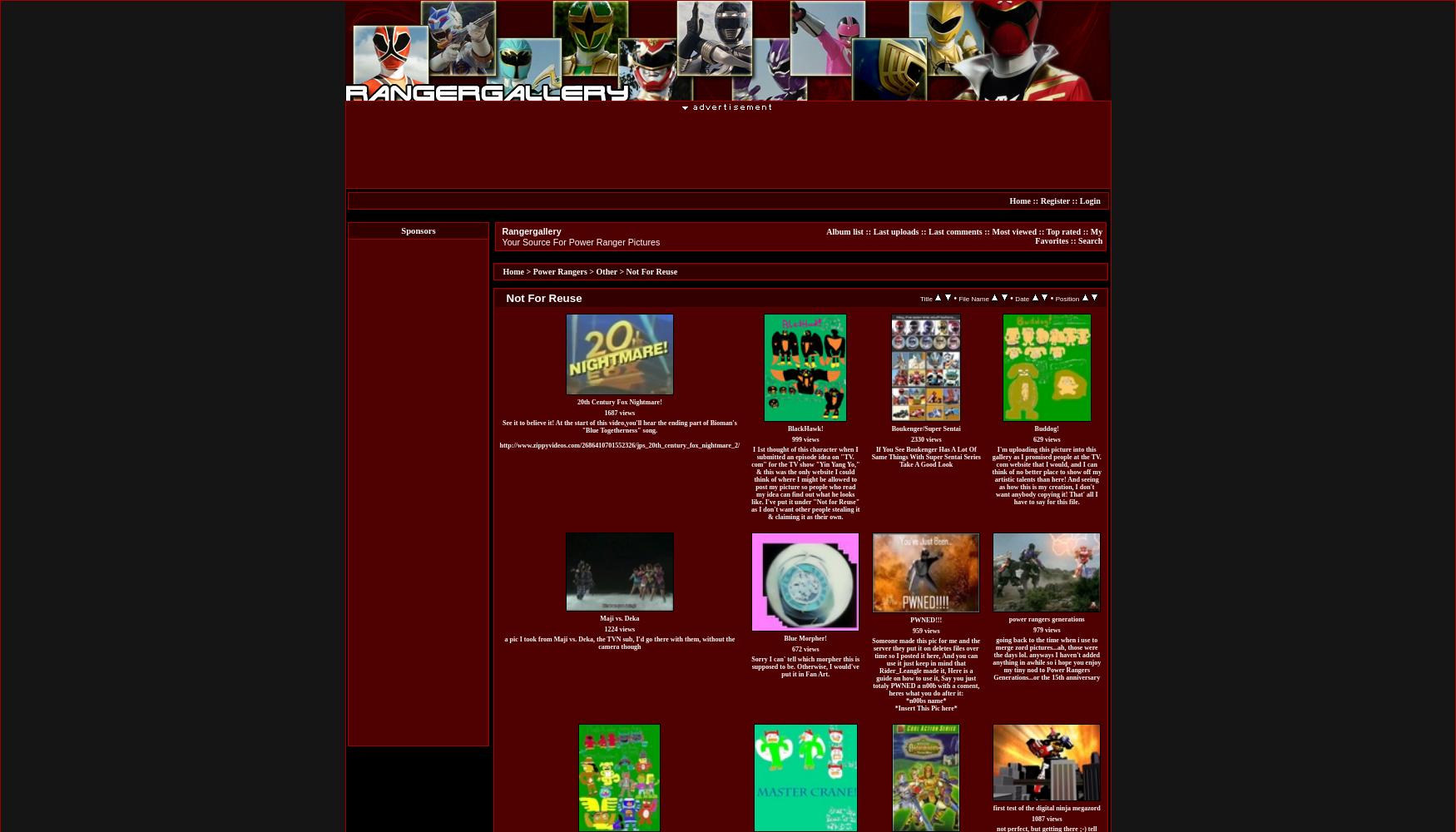 This screenshot has height=832, width=1456. What do you see at coordinates (991, 231) in the screenshot?
I see `'Most viewed'` at bounding box center [991, 231].